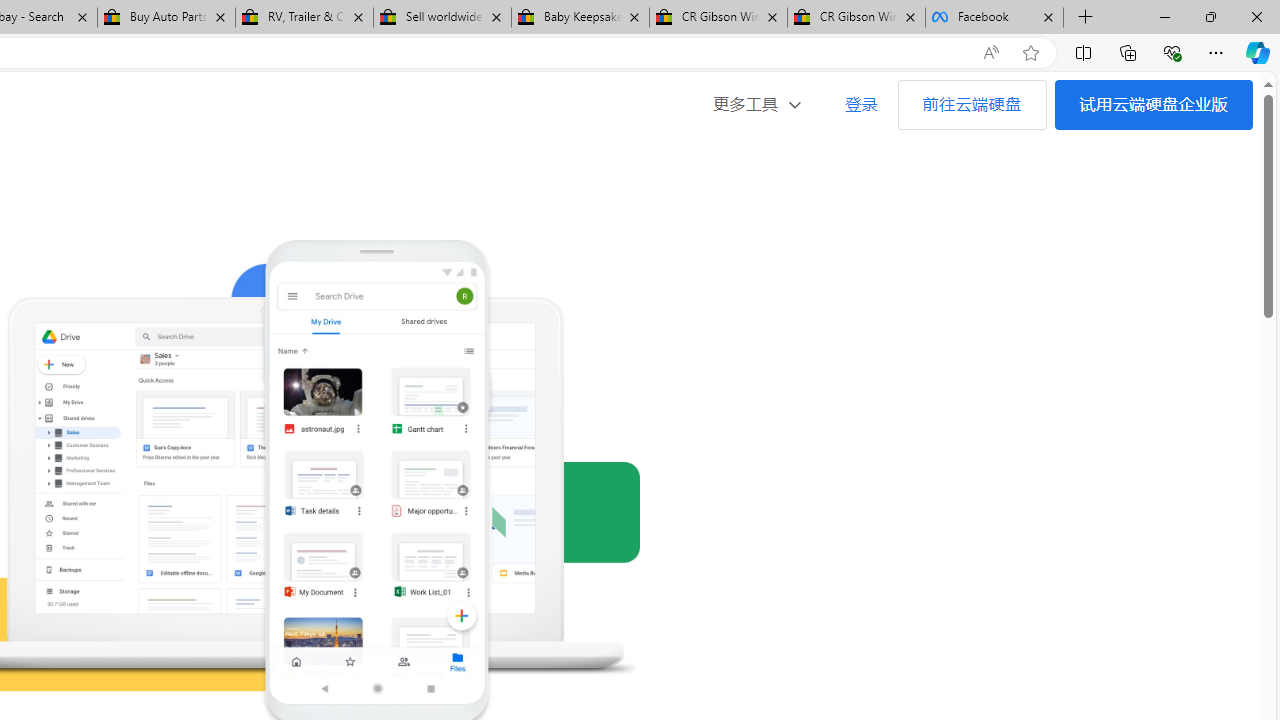 The height and width of the screenshot is (720, 1280). Describe the element at coordinates (167, 17) in the screenshot. I see `'Buy Auto Parts & Accessories | eBay'` at that location.